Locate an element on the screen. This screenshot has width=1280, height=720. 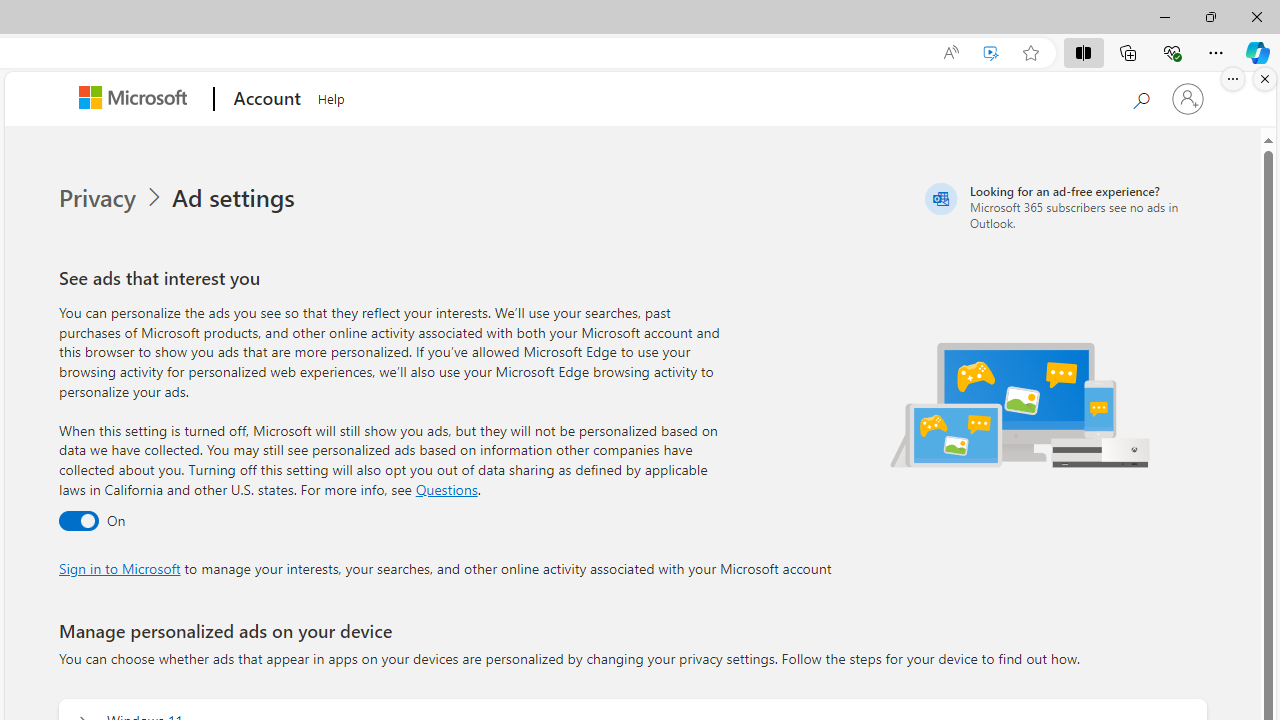
'Read aloud this page (Ctrl+Shift+U)' is located at coordinates (950, 52).